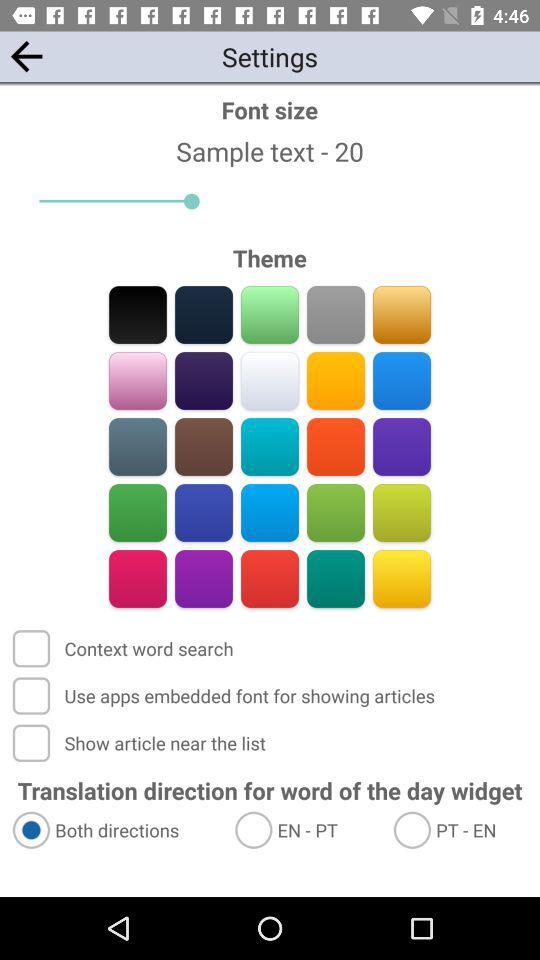 Image resolution: width=540 pixels, height=960 pixels. What do you see at coordinates (270, 380) in the screenshot?
I see `color` at bounding box center [270, 380].